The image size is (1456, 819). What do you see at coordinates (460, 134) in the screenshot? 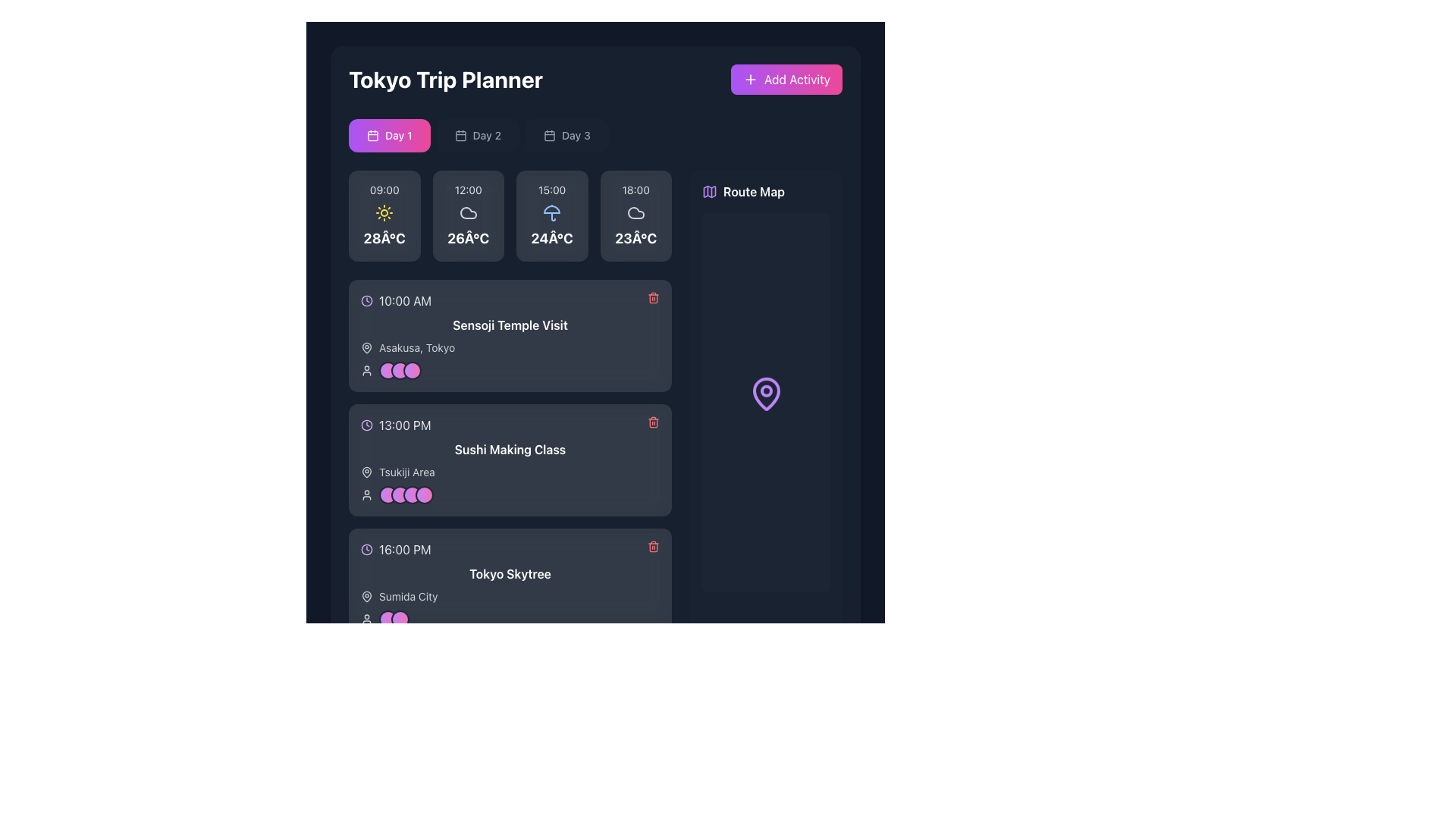
I see `the non-interactive calendar icon, which is a decorative element located near the 'Day 2' button in the top-left section of the interface` at bounding box center [460, 134].